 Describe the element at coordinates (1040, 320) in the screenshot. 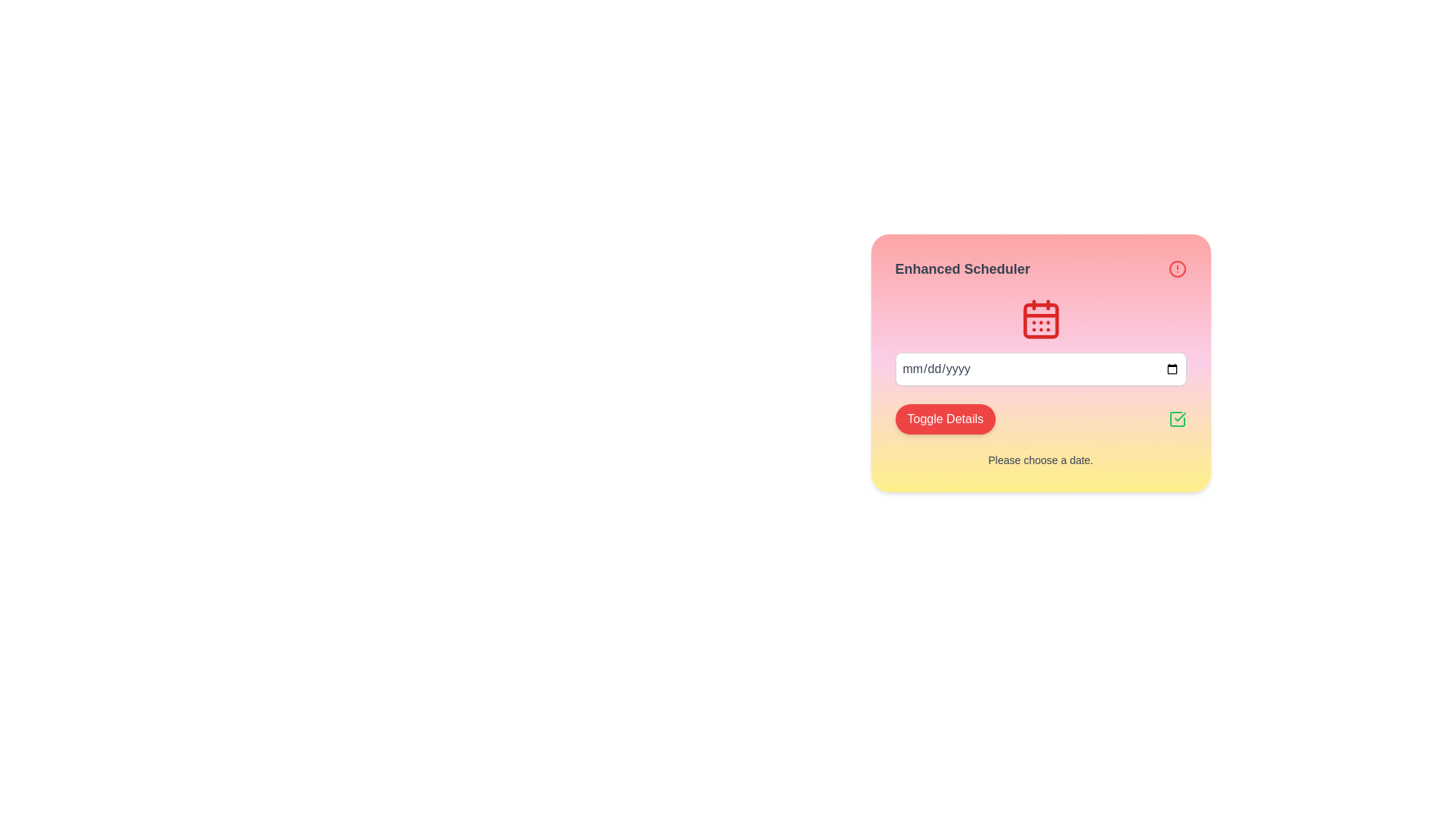

I see `the red square cell within the calendar icon that is centrally placed above the date input field` at that location.